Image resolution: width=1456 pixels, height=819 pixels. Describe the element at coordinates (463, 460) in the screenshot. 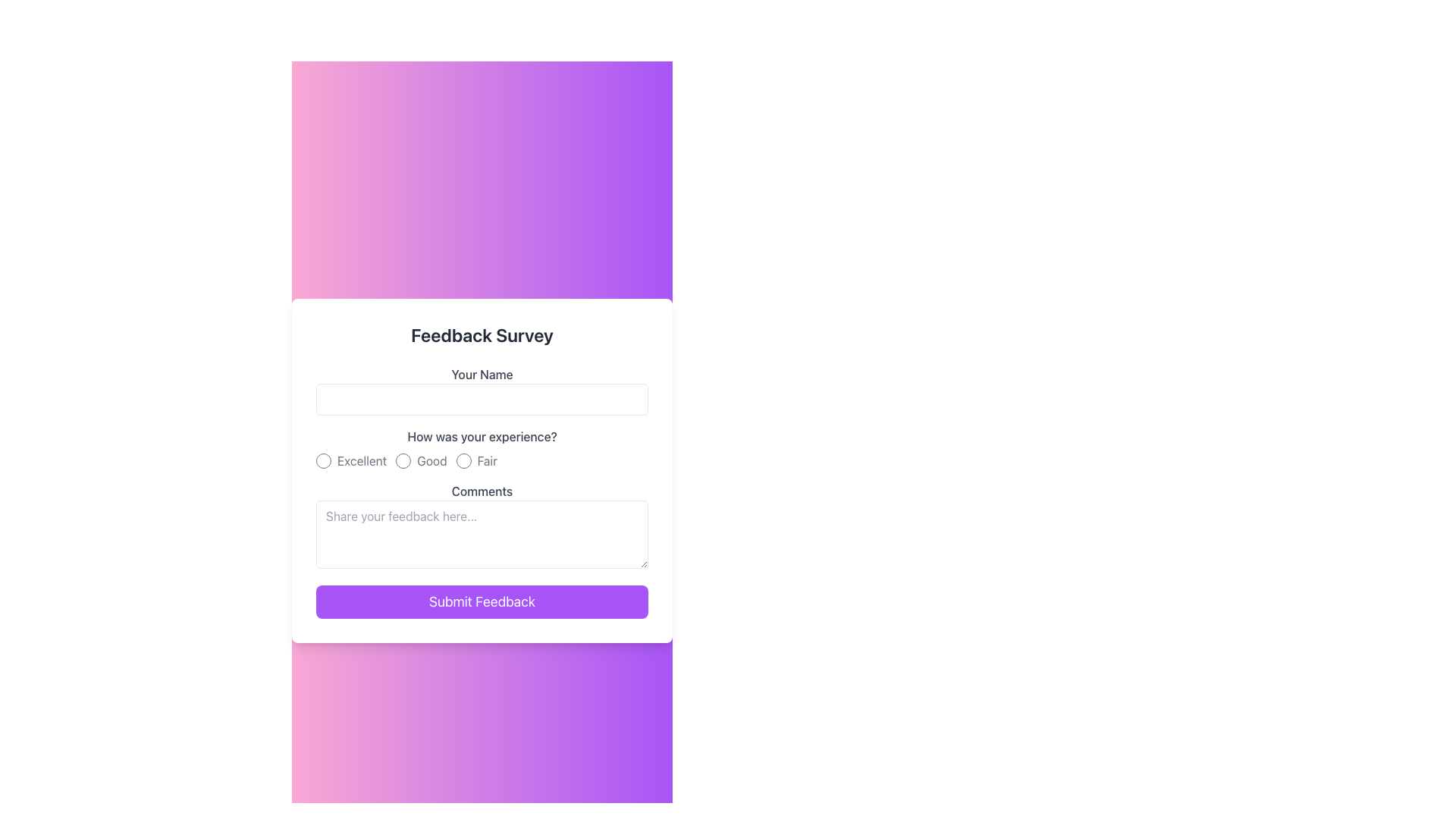

I see `the 'Fair' radio button` at that location.